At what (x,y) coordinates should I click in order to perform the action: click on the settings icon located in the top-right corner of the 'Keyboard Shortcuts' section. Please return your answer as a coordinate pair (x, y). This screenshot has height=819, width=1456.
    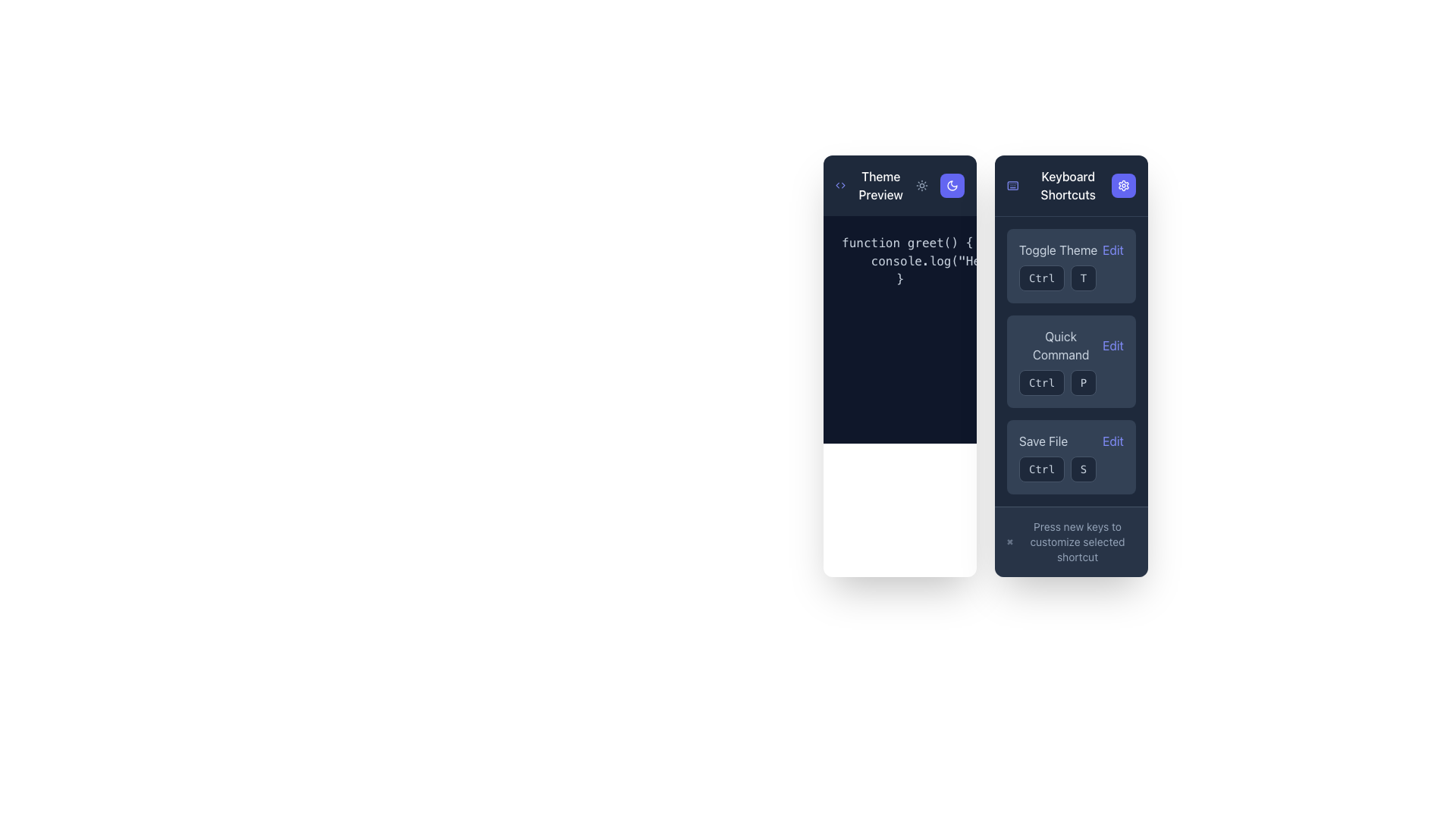
    Looking at the image, I should click on (1124, 185).